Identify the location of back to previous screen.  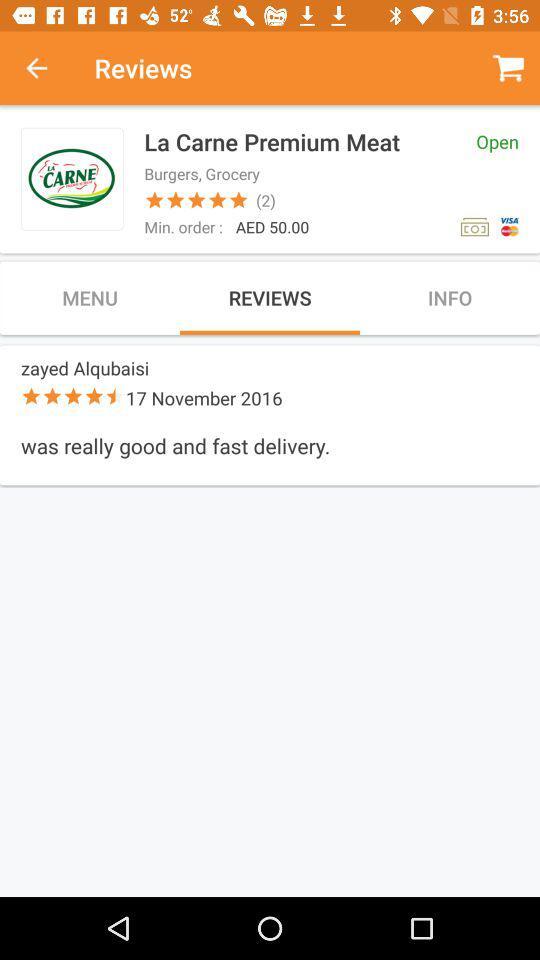
(47, 68).